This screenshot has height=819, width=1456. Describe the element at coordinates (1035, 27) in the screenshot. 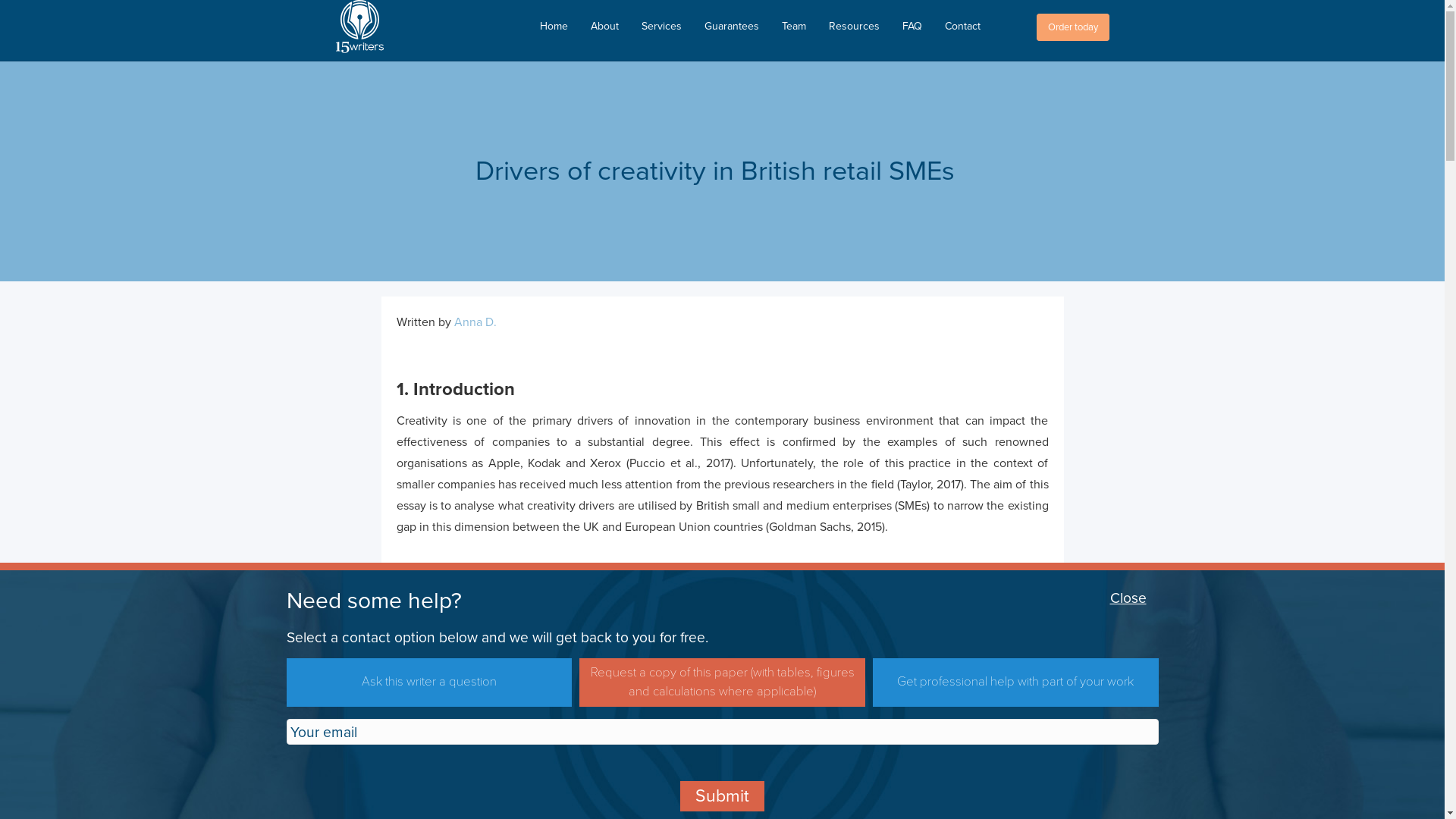

I see `'Order today'` at that location.